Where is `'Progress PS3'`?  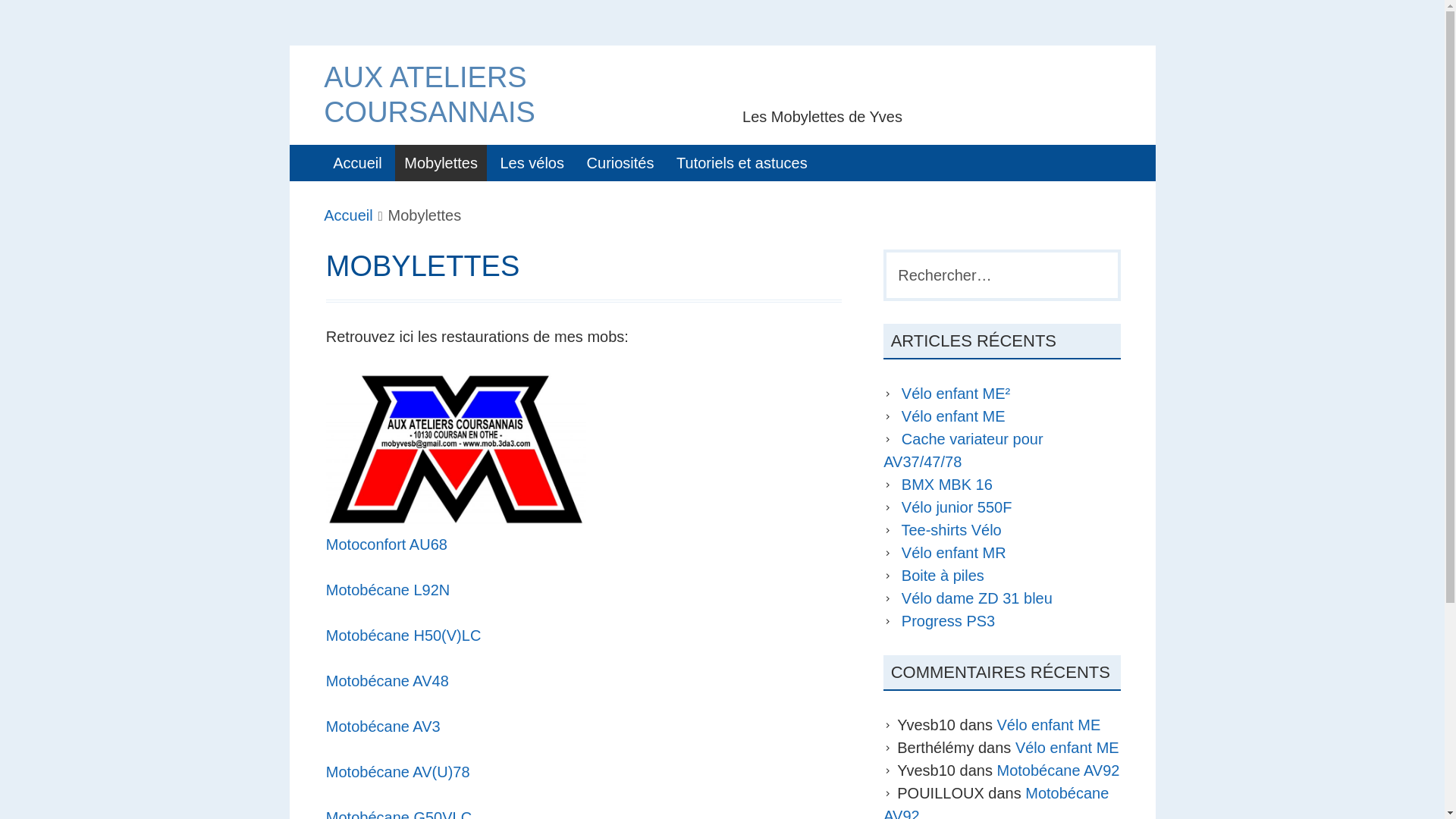
'Progress PS3' is located at coordinates (947, 620).